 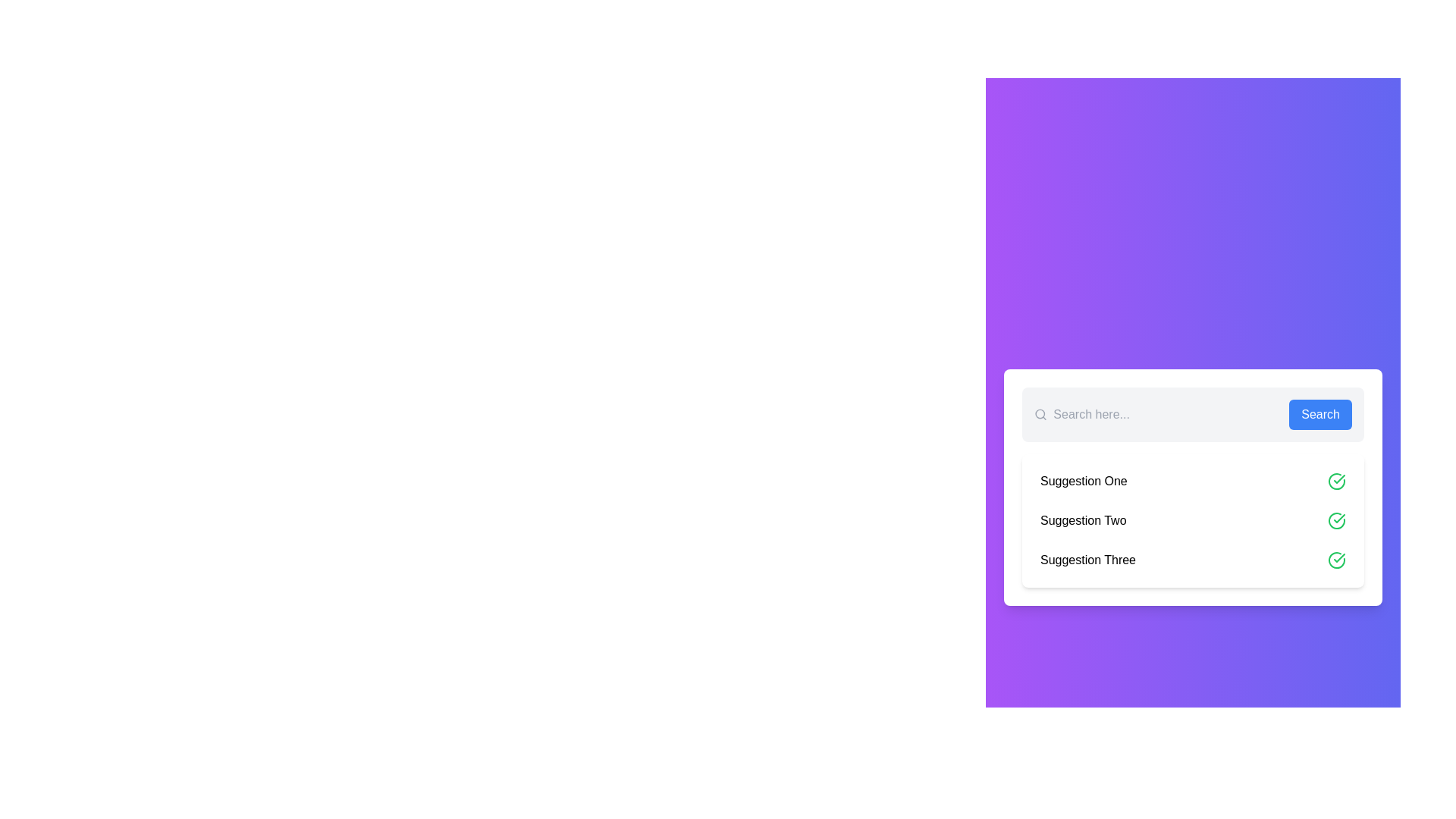 I want to click on on the first suggestion text label in the suggestion list, which is located, so click(x=1083, y=482).